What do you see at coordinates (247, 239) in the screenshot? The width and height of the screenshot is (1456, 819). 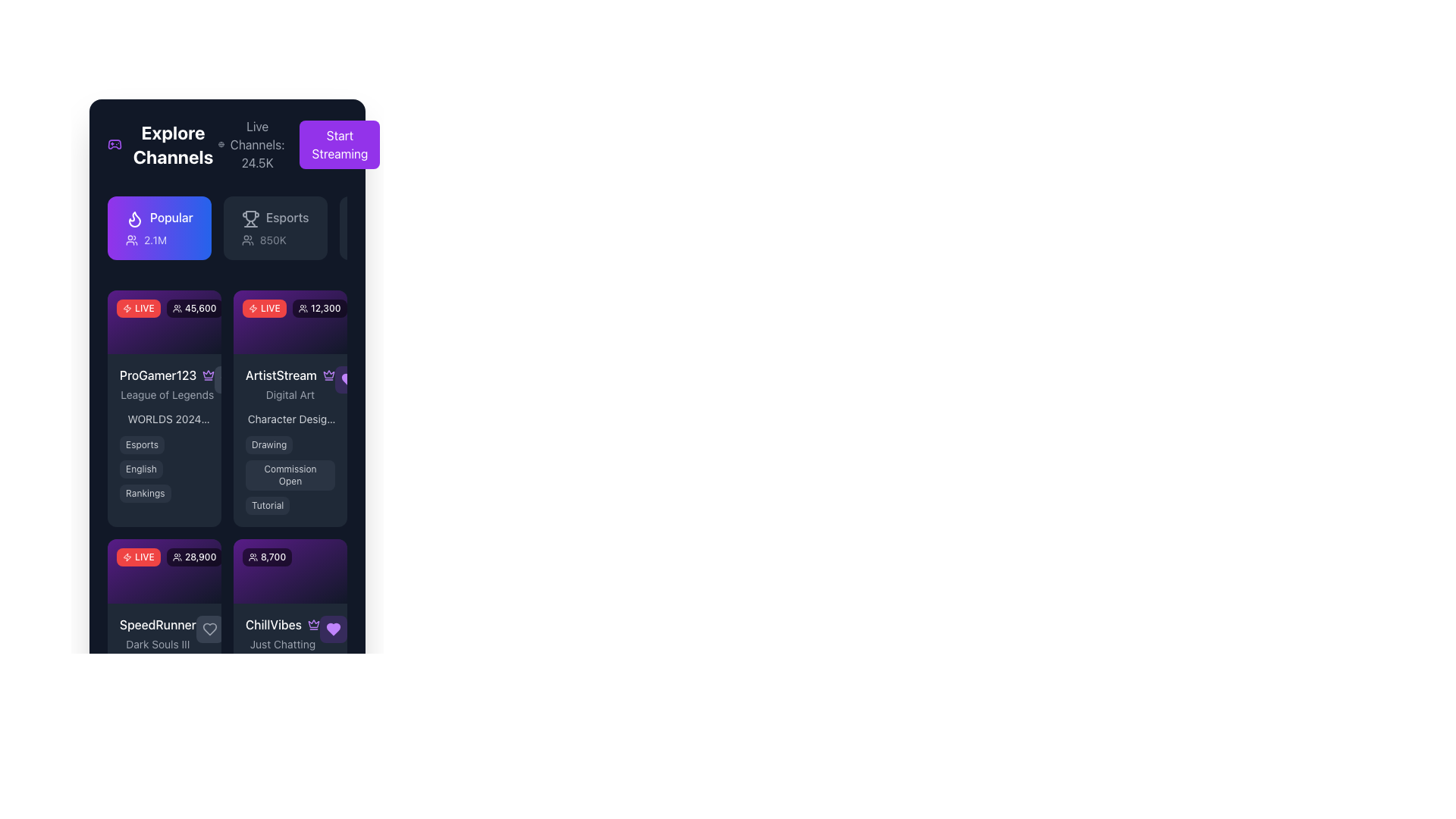 I see `the icon representing a group of people, which is styled in line art and located in the Esports section, second position among the category boxes` at bounding box center [247, 239].